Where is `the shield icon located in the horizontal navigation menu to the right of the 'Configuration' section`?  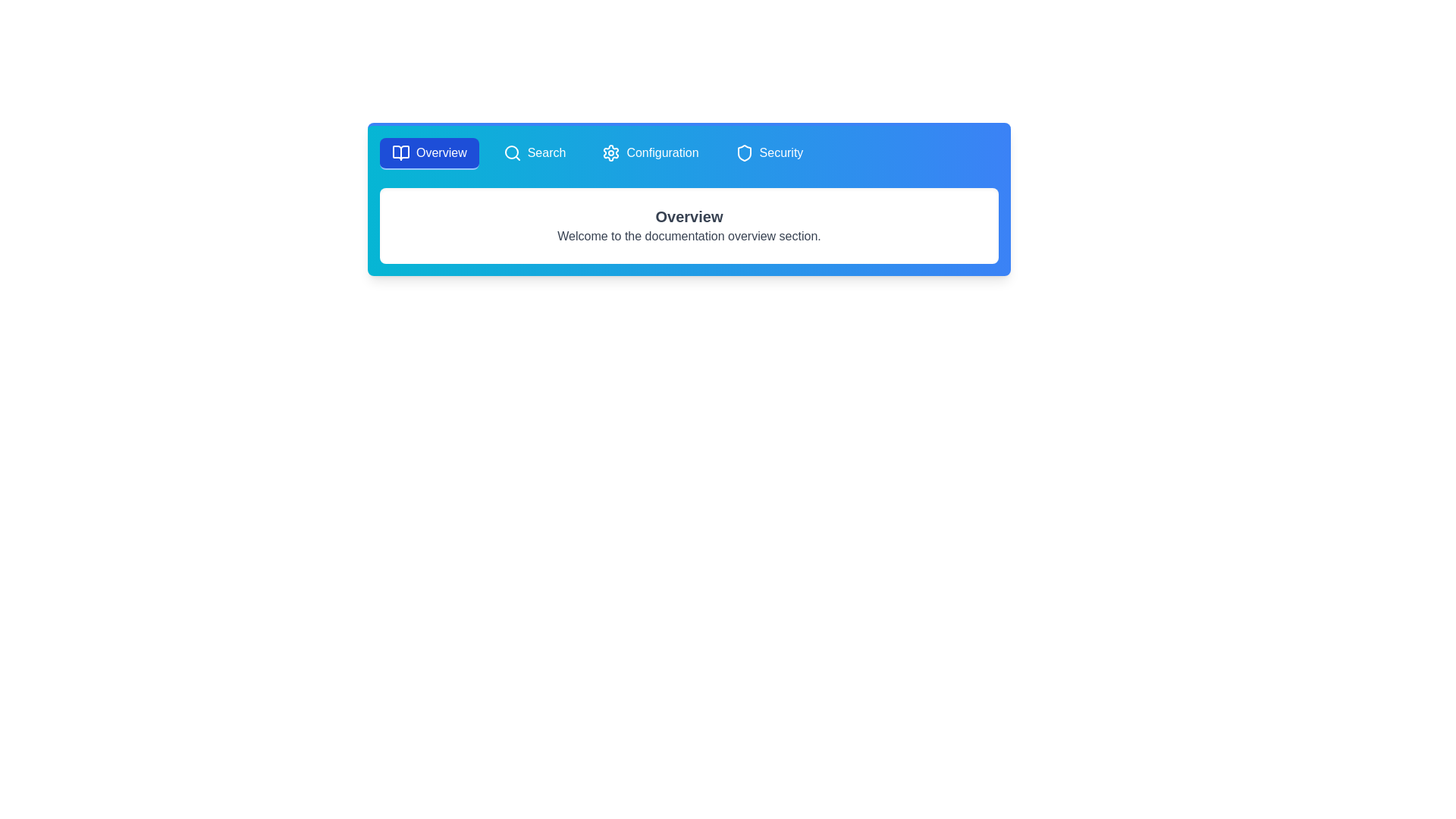 the shield icon located in the horizontal navigation menu to the right of the 'Configuration' section is located at coordinates (744, 152).